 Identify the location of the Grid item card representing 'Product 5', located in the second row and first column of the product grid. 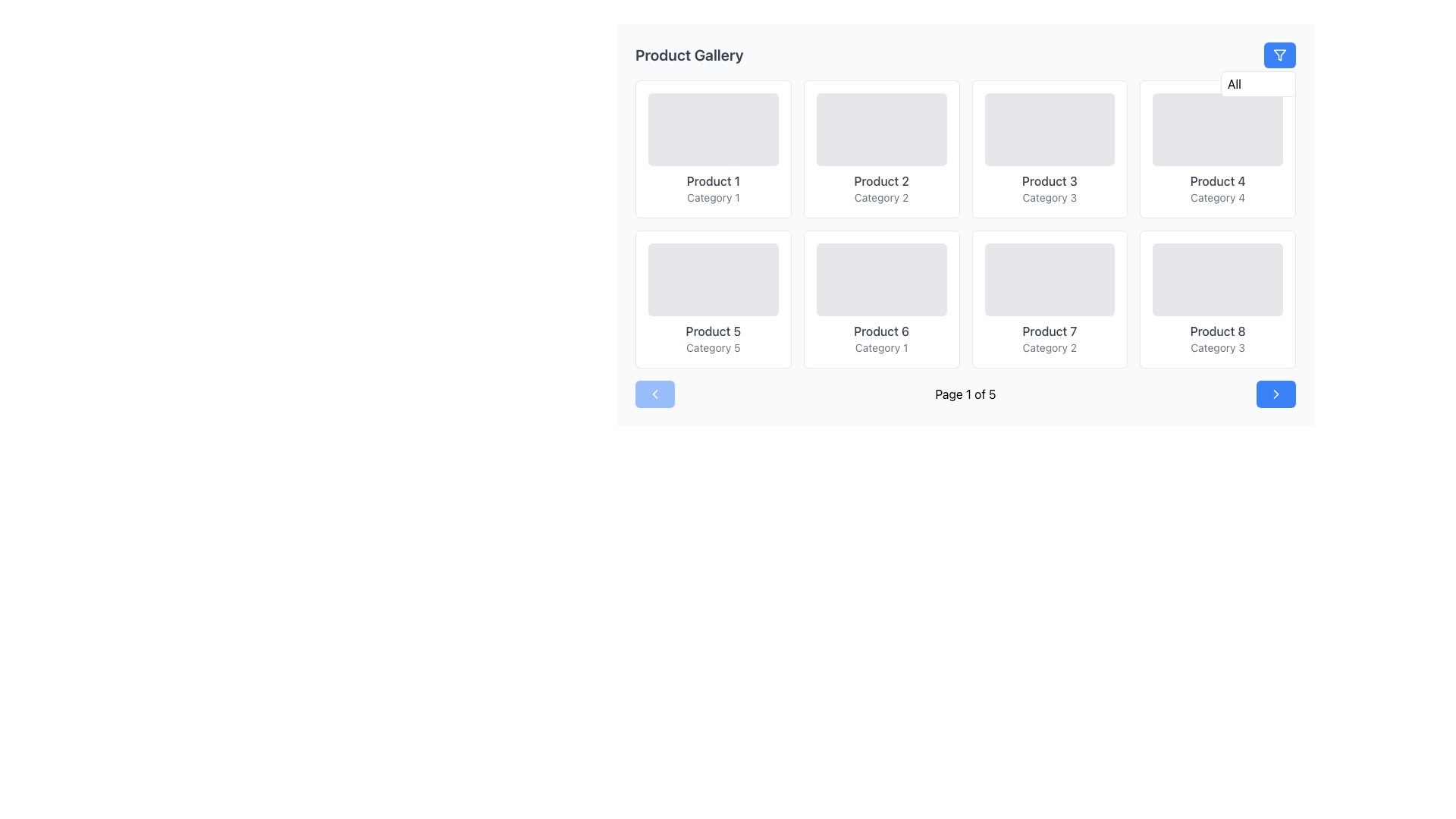
(712, 299).